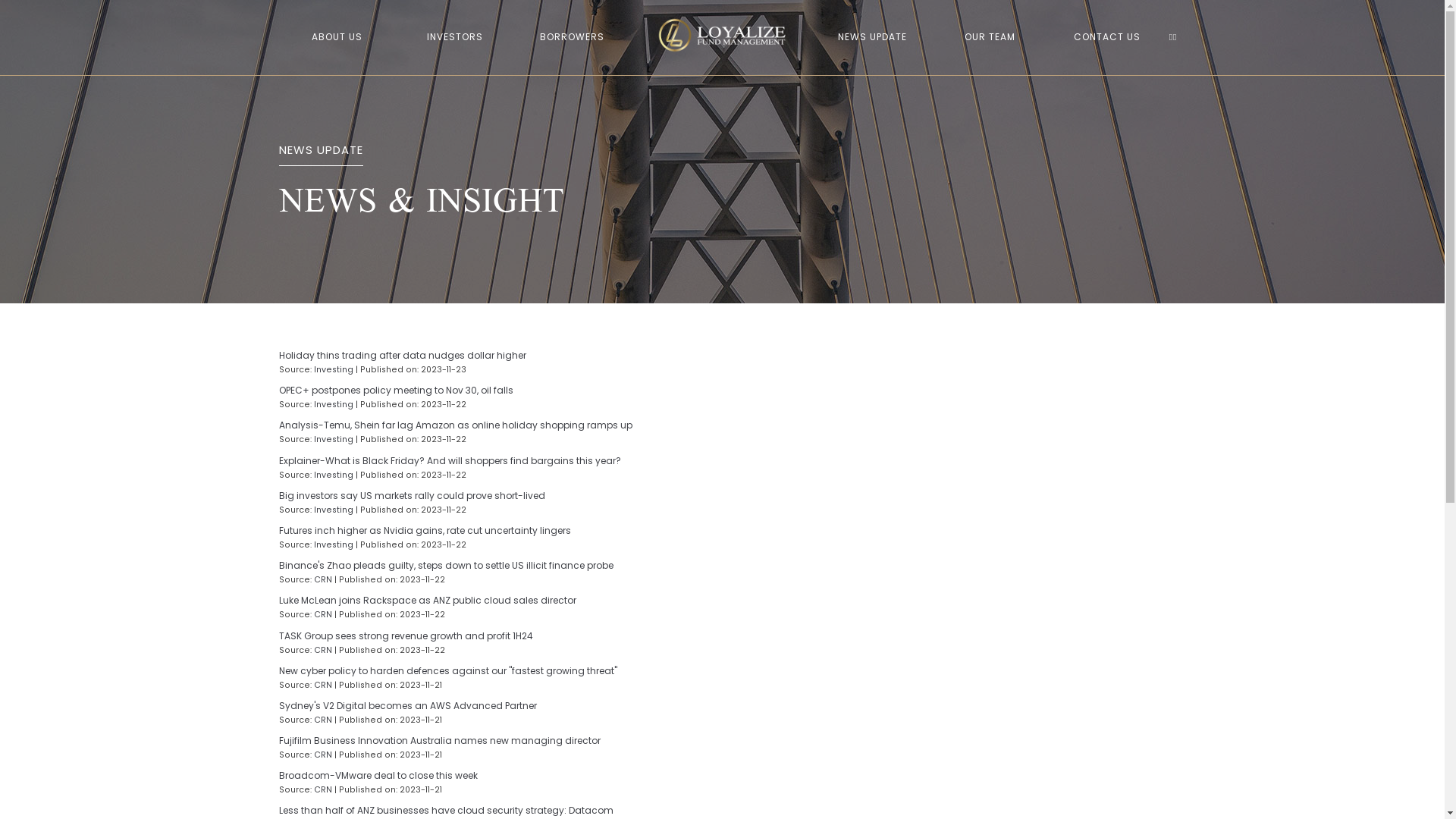  I want to click on 'CONTACT US', so click(1106, 36).